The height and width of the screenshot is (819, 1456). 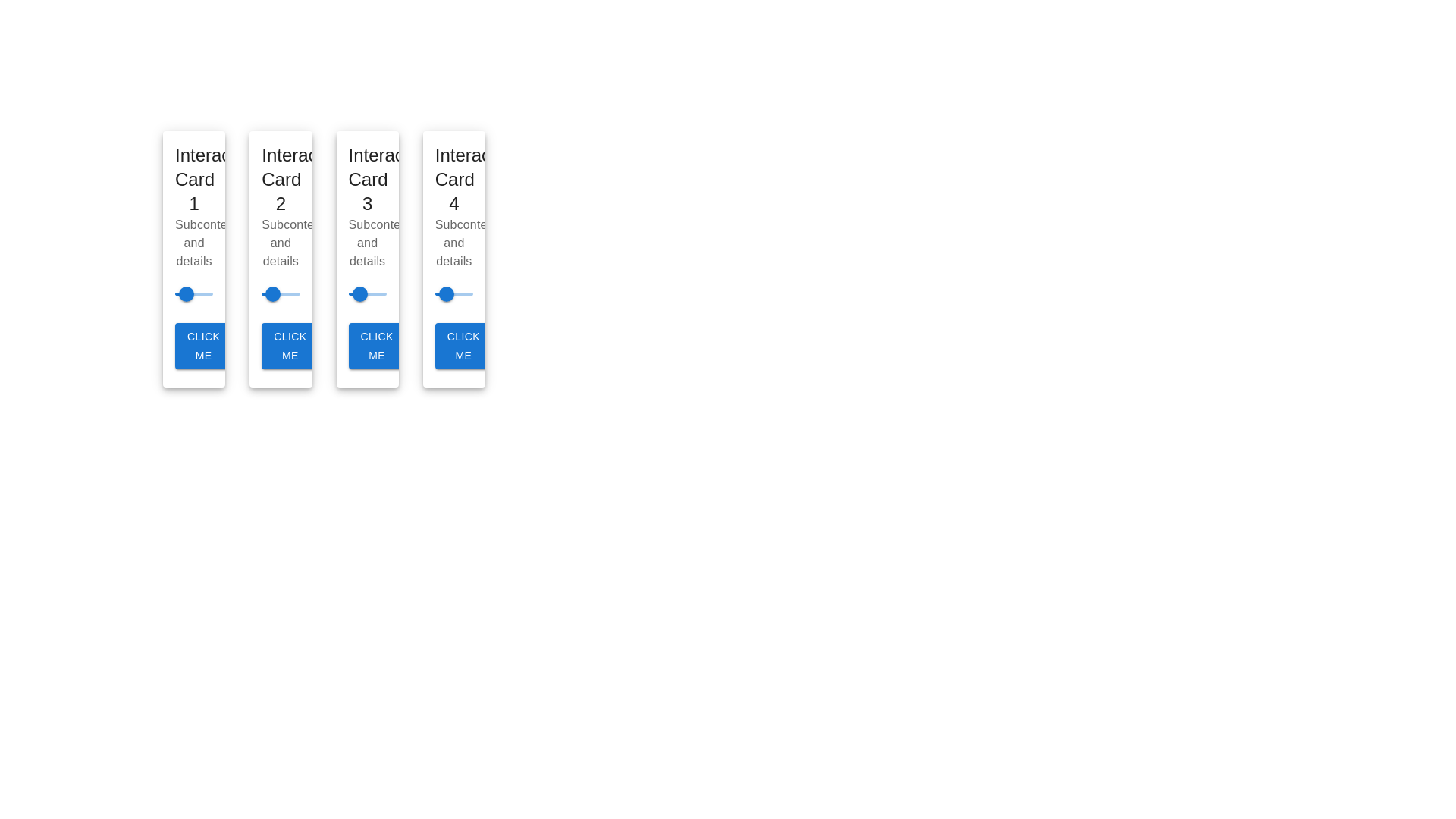 I want to click on the slider value, so click(x=192, y=294).